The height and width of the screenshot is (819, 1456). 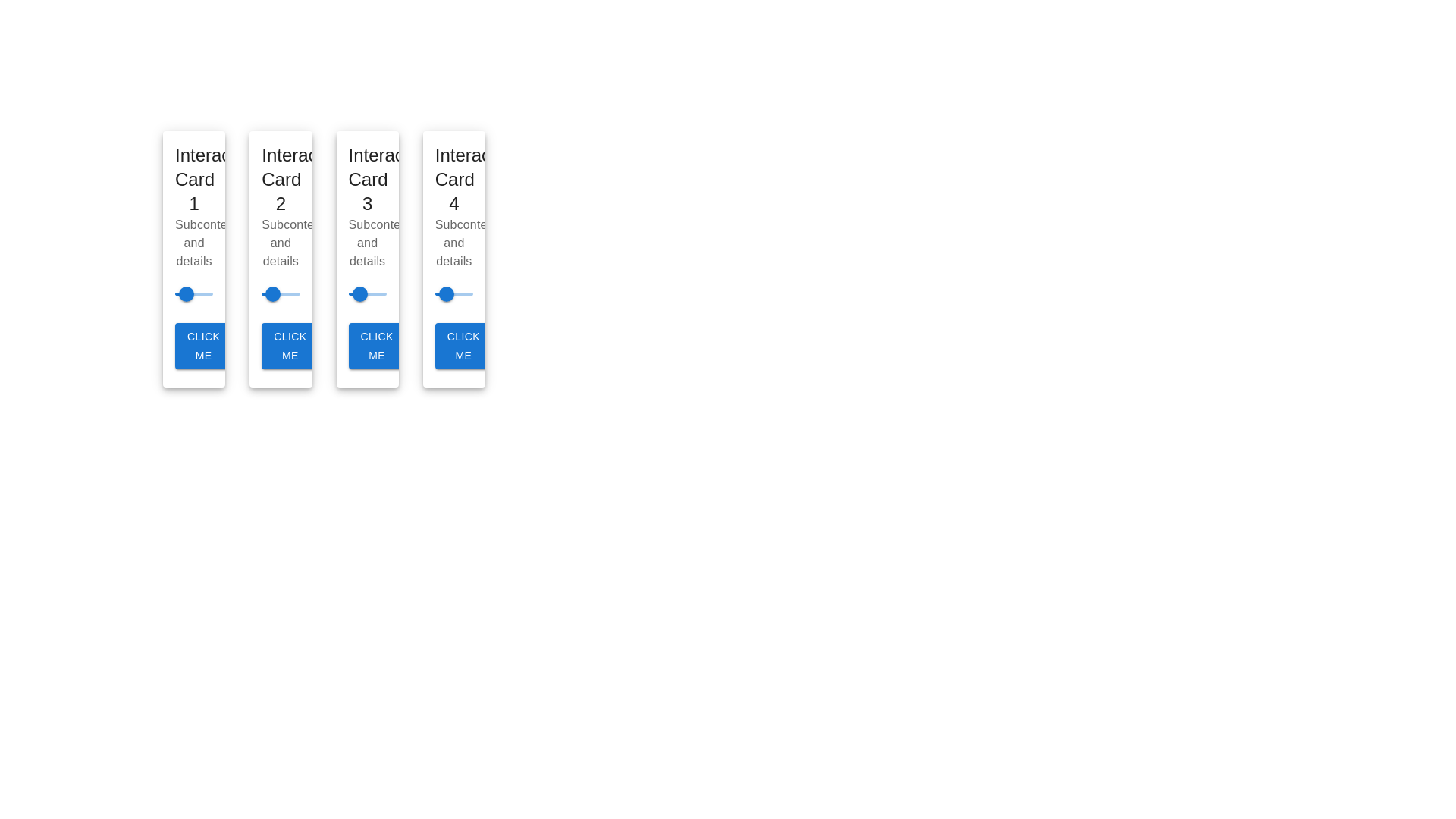 I want to click on the slider value, so click(x=192, y=294).